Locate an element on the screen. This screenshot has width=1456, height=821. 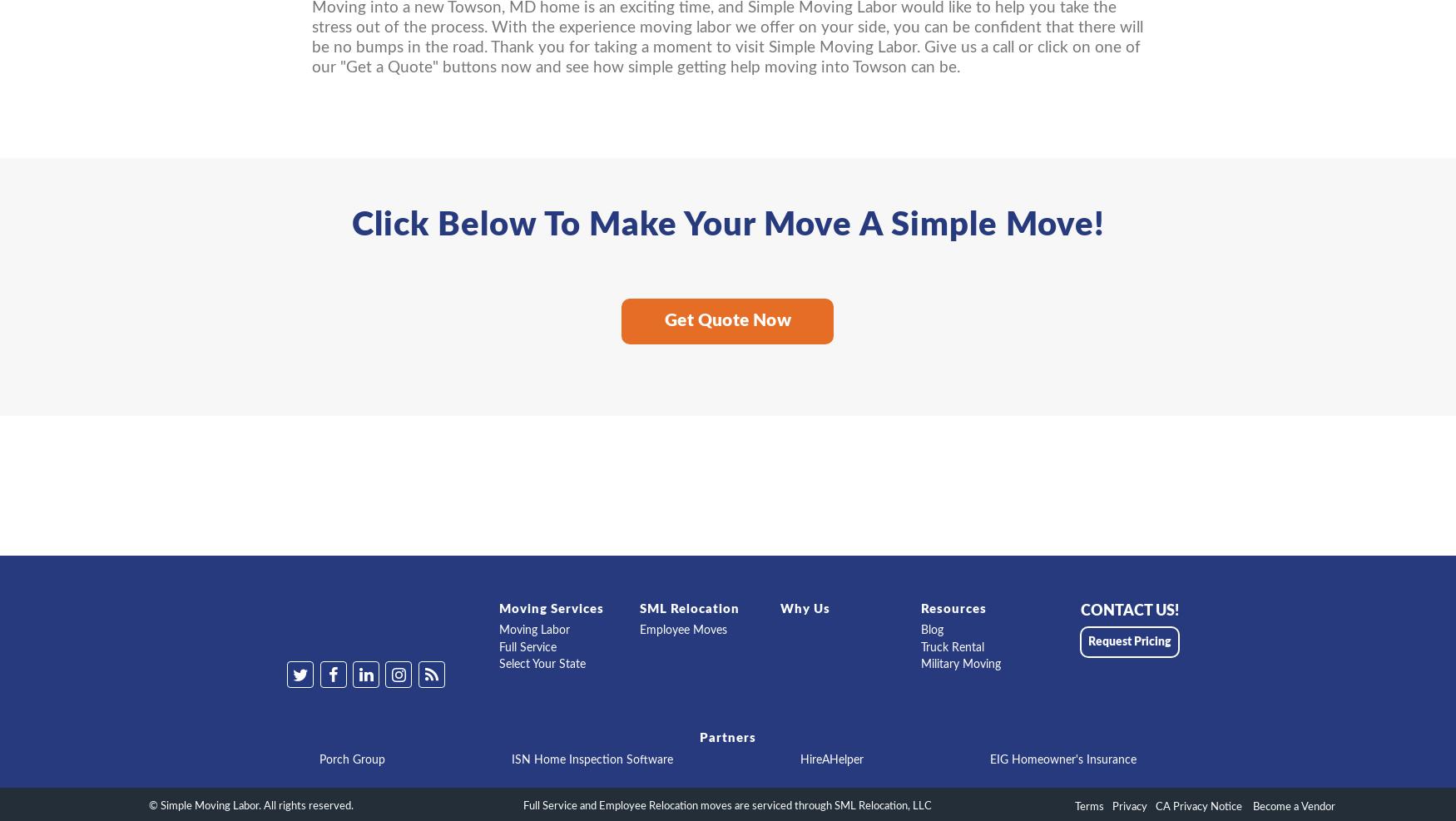
'Request Pricing' is located at coordinates (1087, 641).